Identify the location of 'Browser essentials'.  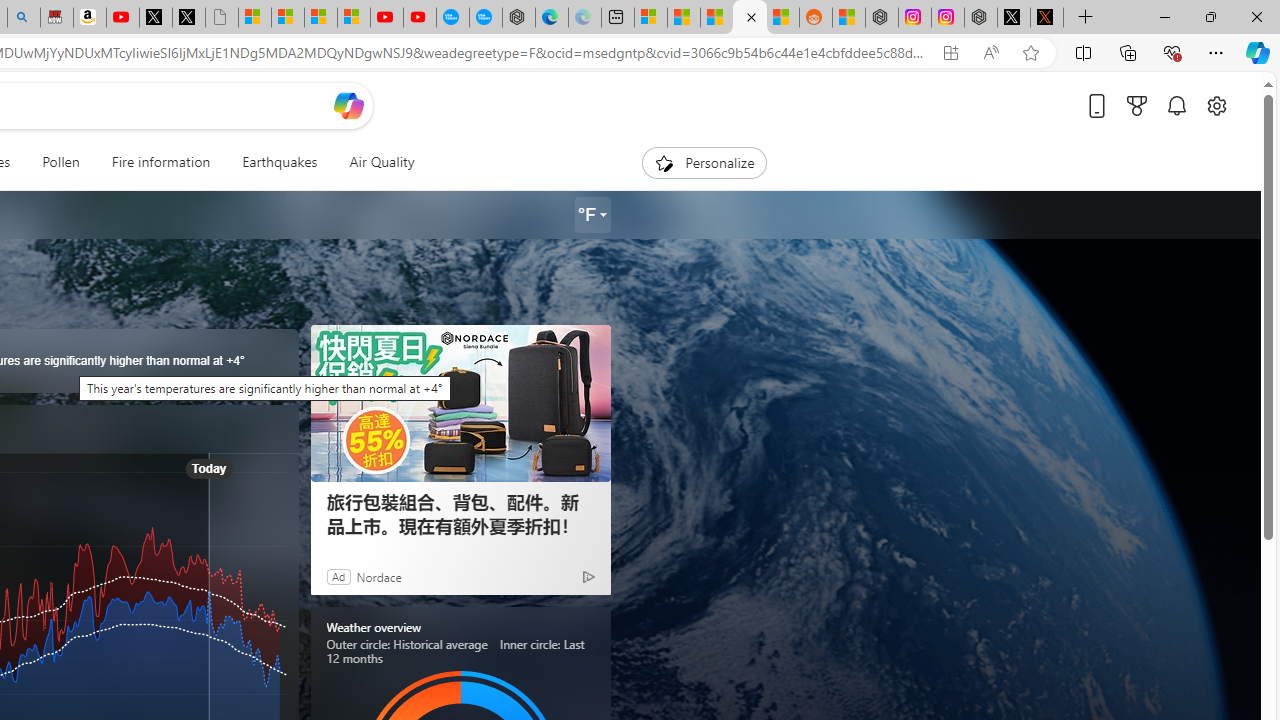
(1171, 51).